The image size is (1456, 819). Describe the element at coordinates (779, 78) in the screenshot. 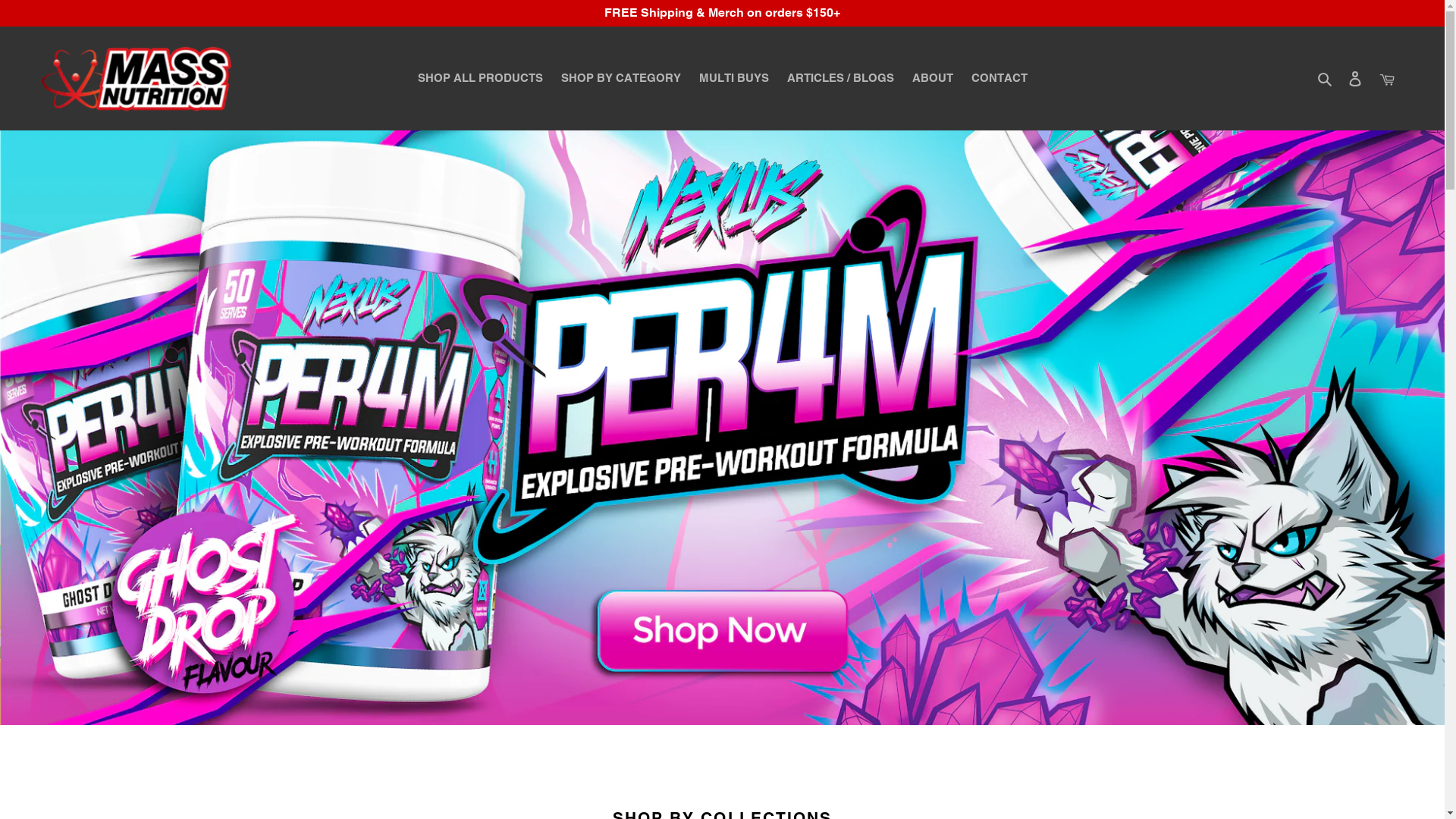

I see `'ARTICLES / BLOGS'` at that location.